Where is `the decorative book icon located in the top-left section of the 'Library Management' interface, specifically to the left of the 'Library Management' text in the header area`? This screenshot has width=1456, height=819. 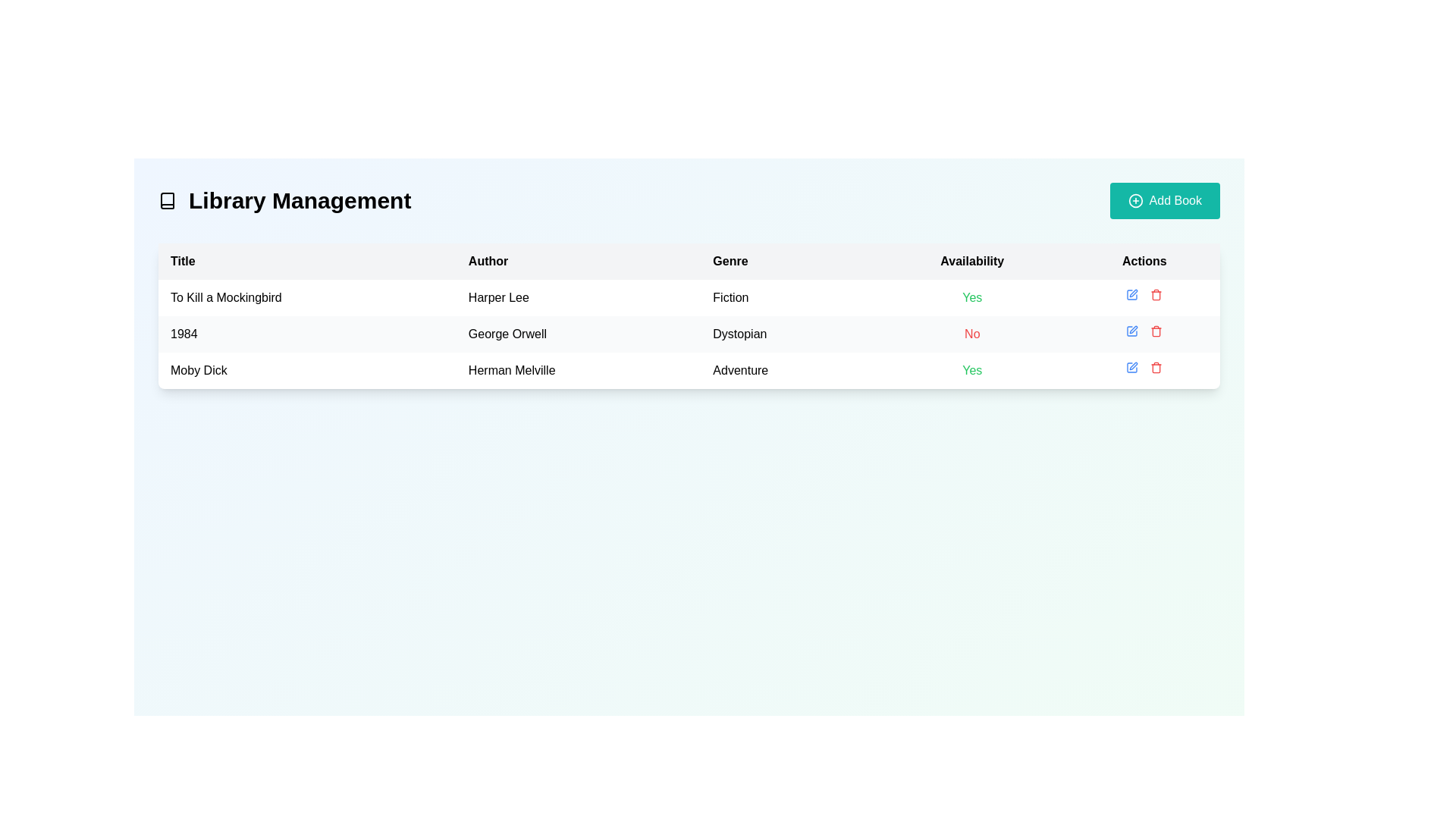 the decorative book icon located in the top-left section of the 'Library Management' interface, specifically to the left of the 'Library Management' text in the header area is located at coordinates (167, 200).